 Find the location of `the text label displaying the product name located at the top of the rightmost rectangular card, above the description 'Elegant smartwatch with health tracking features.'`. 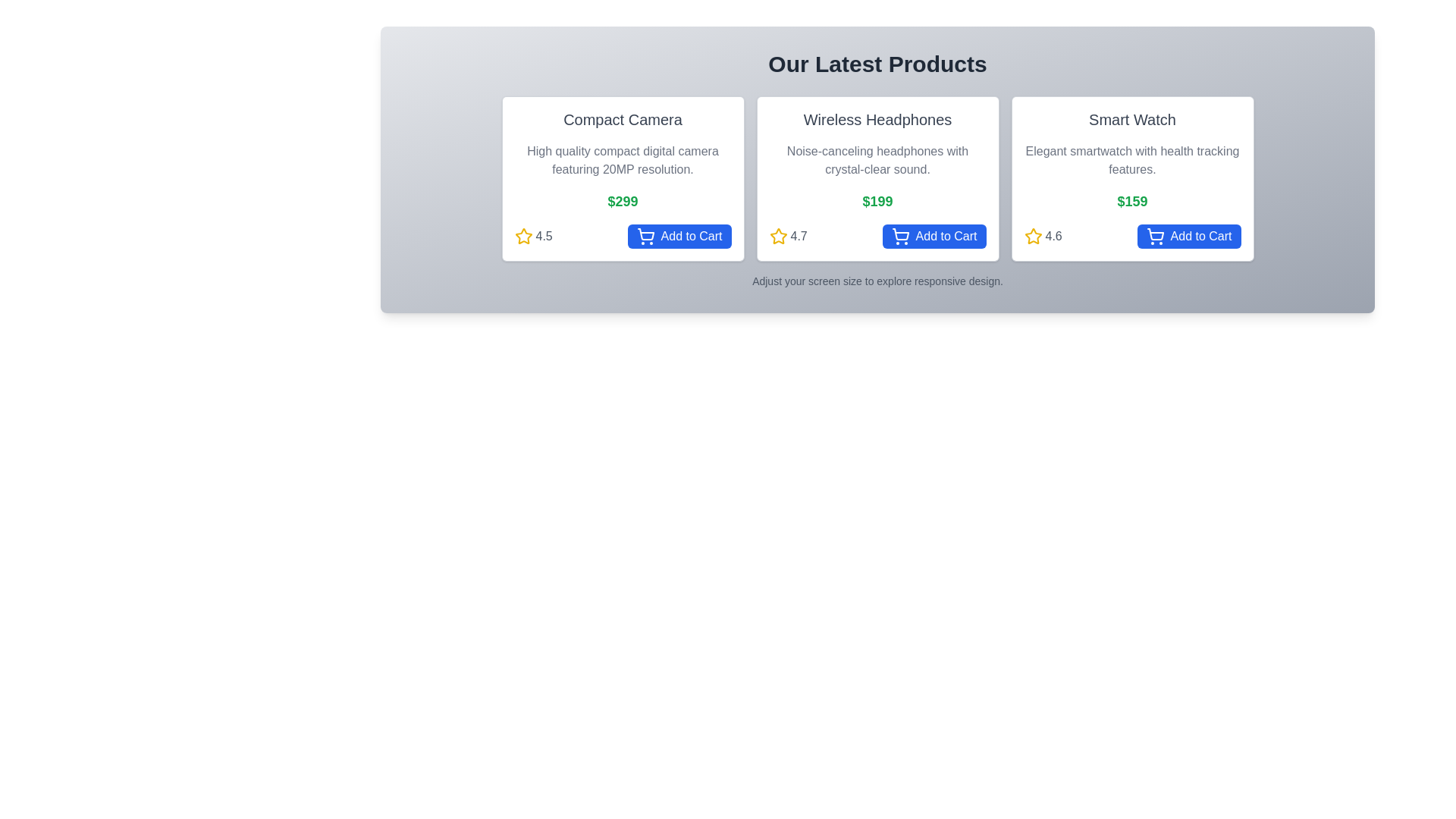

the text label displaying the product name located at the top of the rightmost rectangular card, above the description 'Elegant smartwatch with health tracking features.' is located at coordinates (1132, 119).